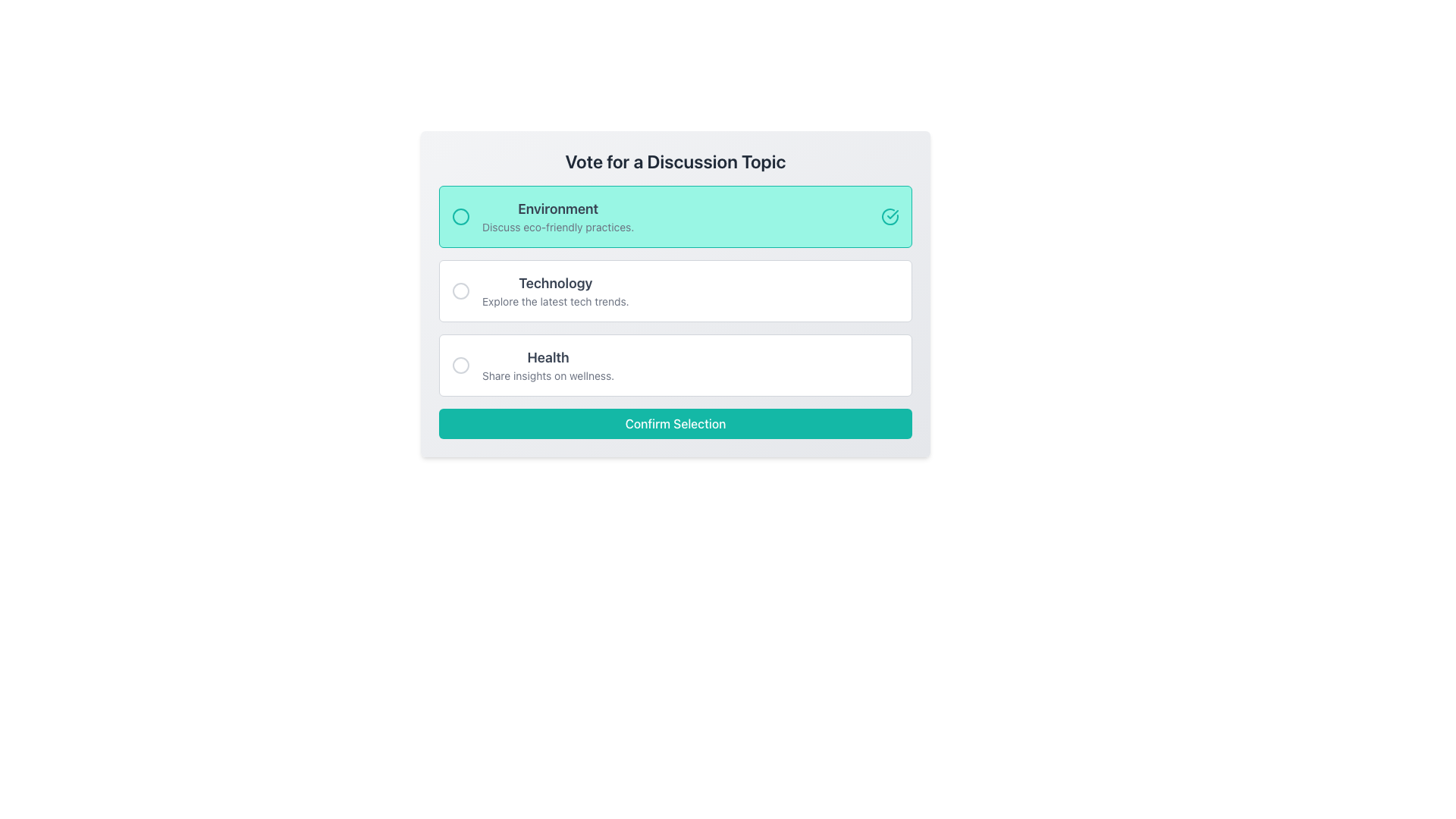 The height and width of the screenshot is (819, 1456). I want to click on the checkmark icon, which serves as a visual confirmation indicator located at the top right corner of the 'Environment' selection box, so click(893, 214).